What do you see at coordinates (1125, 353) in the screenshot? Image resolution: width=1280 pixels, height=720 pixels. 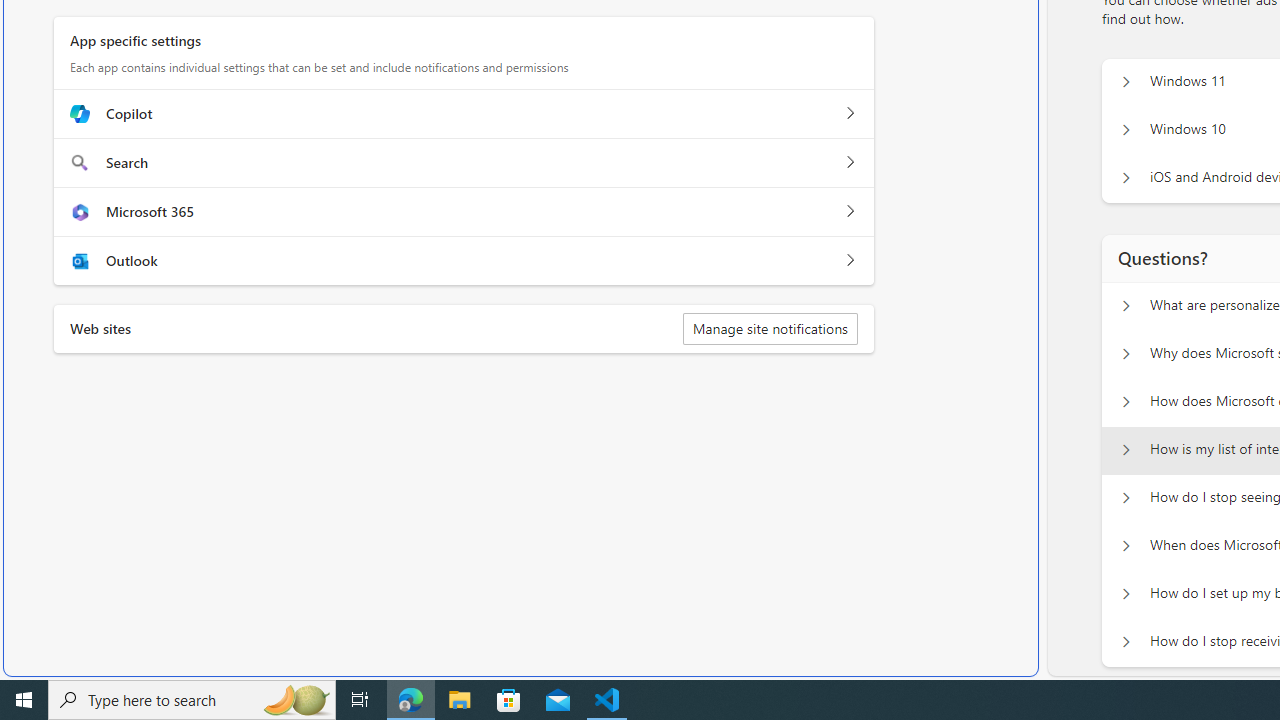 I see `'Questions? Why does Microsoft show personalized ads?'` at bounding box center [1125, 353].